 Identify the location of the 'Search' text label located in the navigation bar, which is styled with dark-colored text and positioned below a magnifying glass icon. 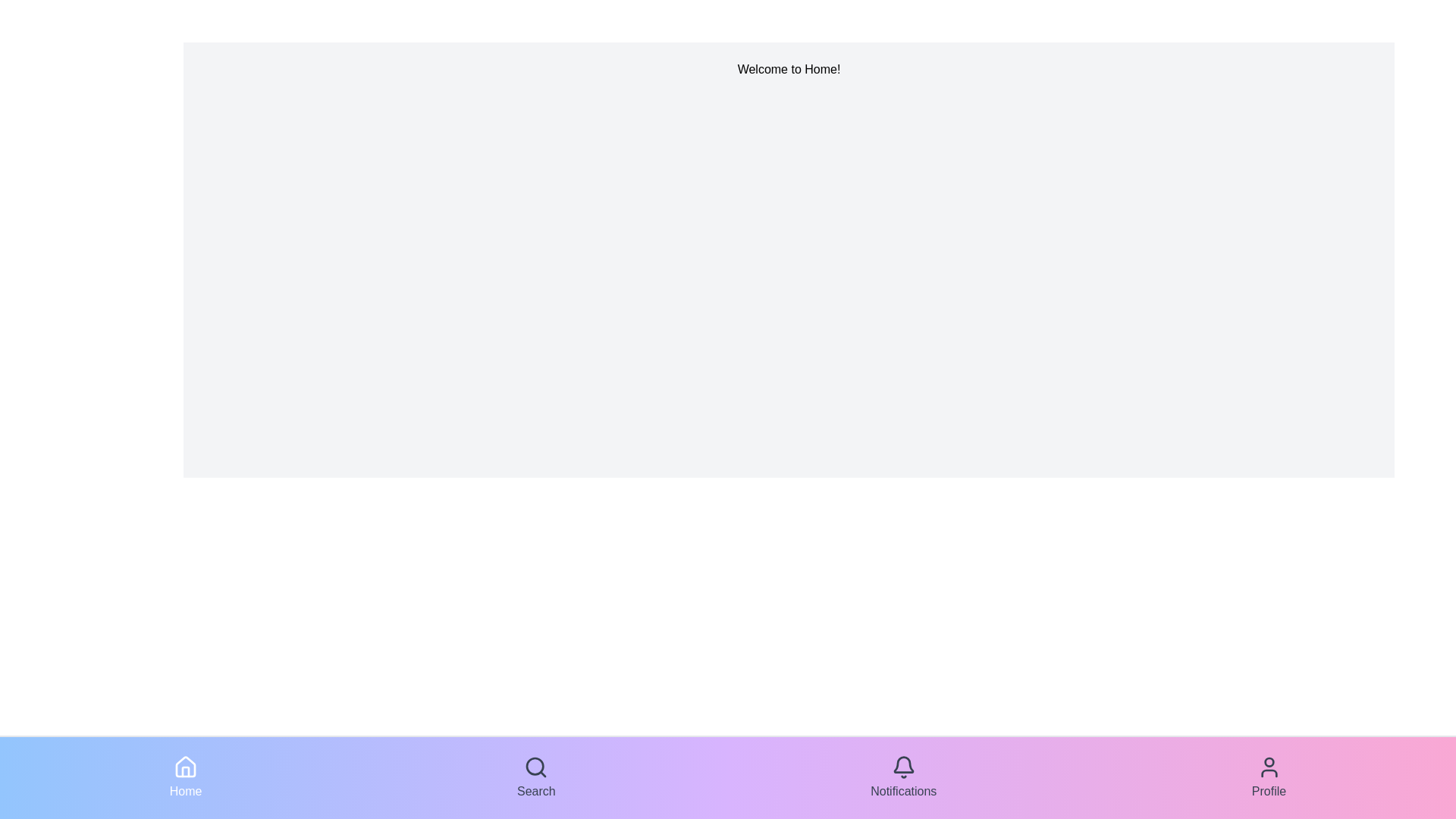
(536, 791).